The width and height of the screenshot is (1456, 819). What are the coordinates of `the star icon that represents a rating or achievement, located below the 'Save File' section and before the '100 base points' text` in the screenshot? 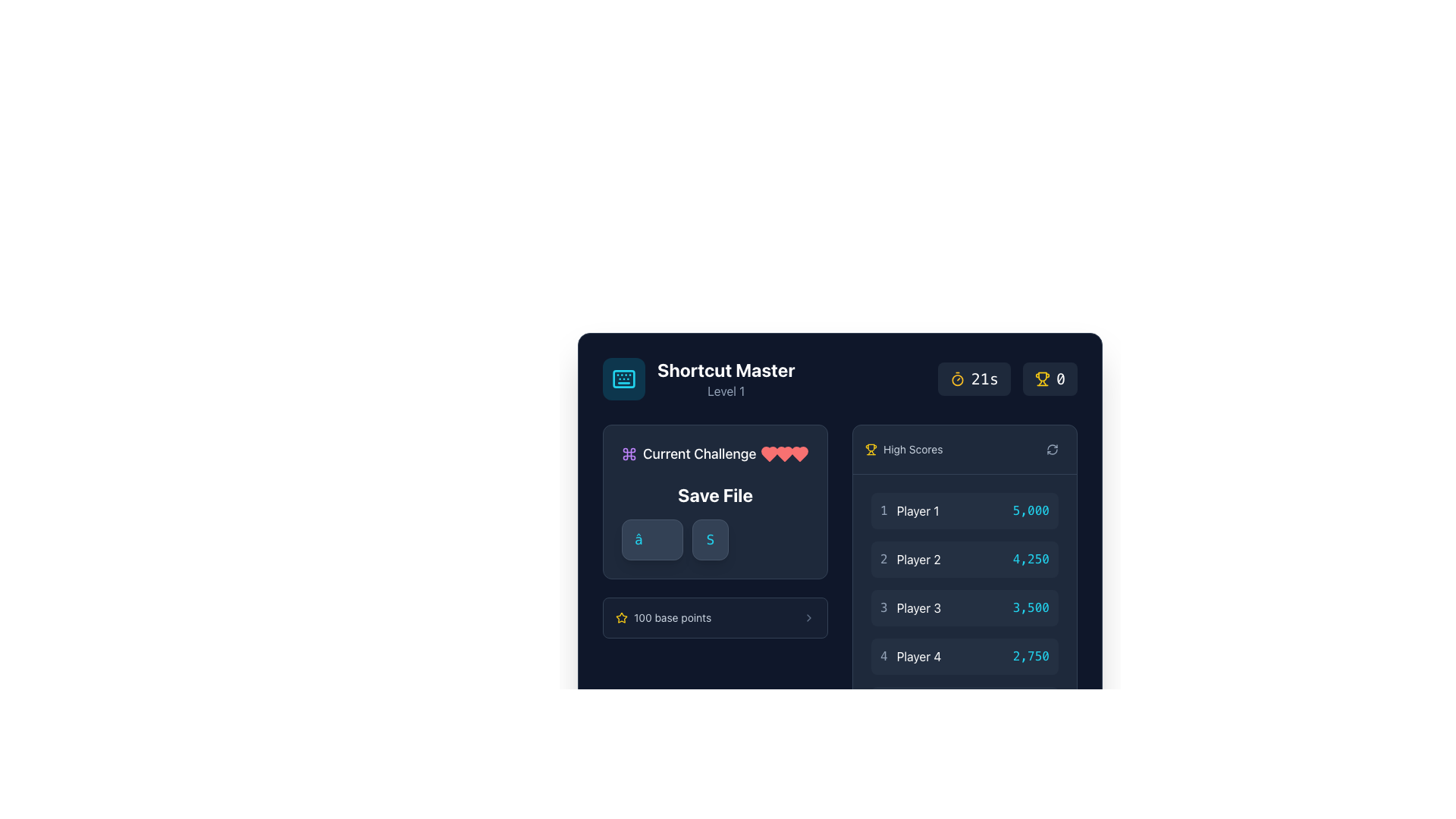 It's located at (622, 617).